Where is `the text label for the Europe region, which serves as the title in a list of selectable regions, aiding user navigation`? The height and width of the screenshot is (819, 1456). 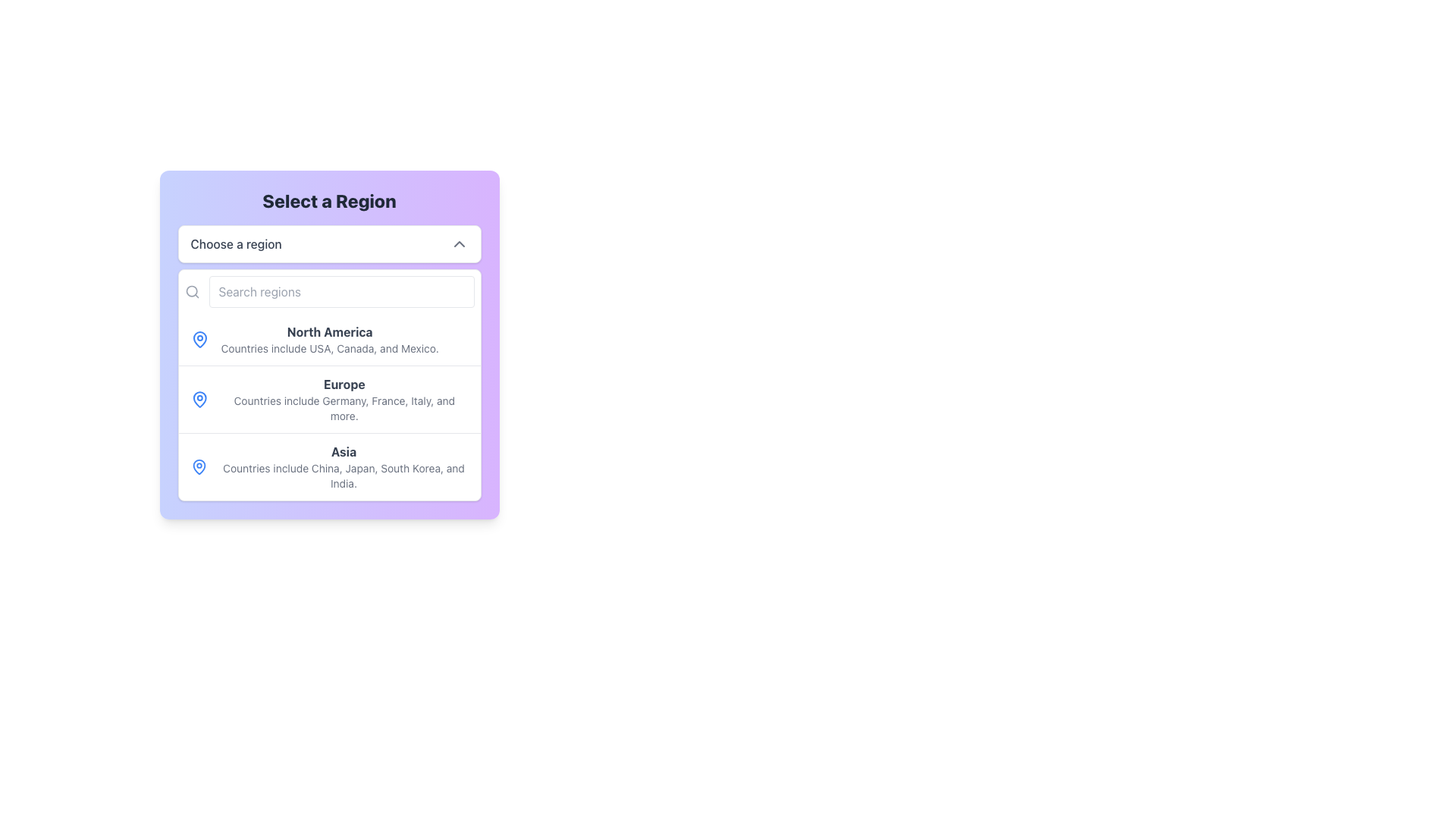 the text label for the Europe region, which serves as the title in a list of selectable regions, aiding user navigation is located at coordinates (344, 383).